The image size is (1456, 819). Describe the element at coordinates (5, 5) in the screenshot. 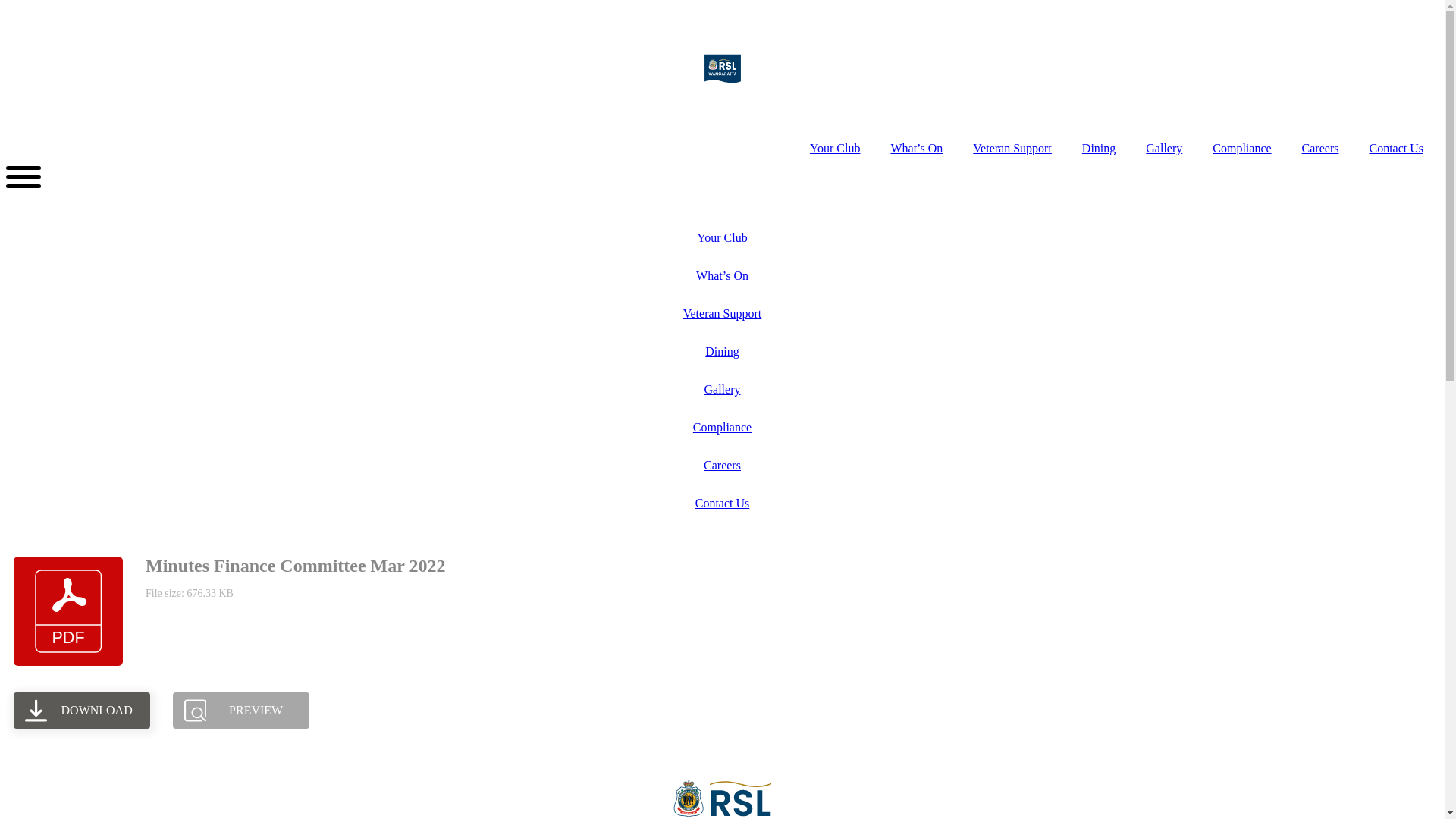

I see `'Skip to content'` at that location.